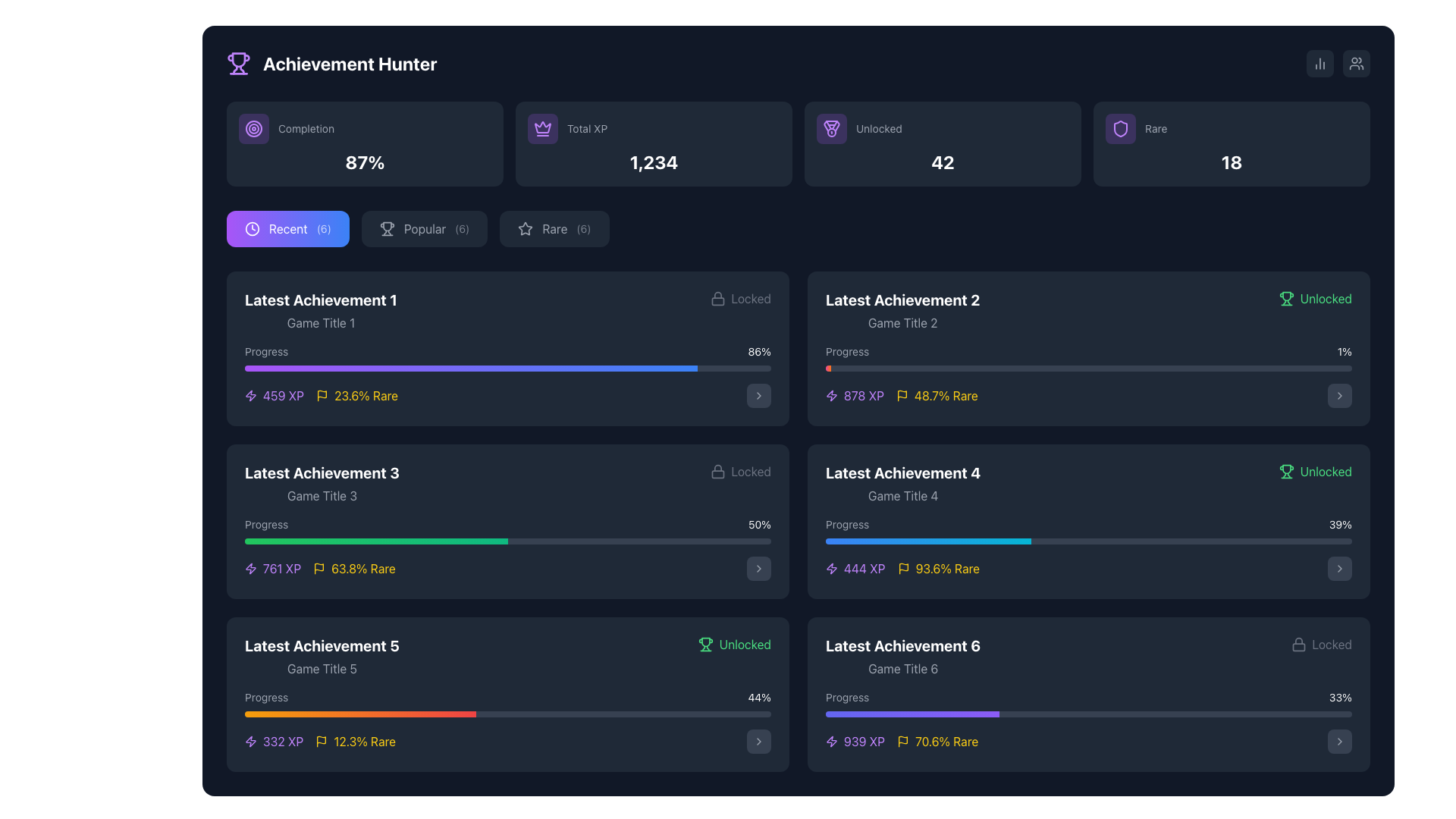 This screenshot has width=1456, height=819. What do you see at coordinates (1087, 694) in the screenshot?
I see `the Achievement card representing a locked achievement, located in the bottom-right corner of the grid layout, which is the 6th card beneath 'Latest Achievement 4'` at bounding box center [1087, 694].